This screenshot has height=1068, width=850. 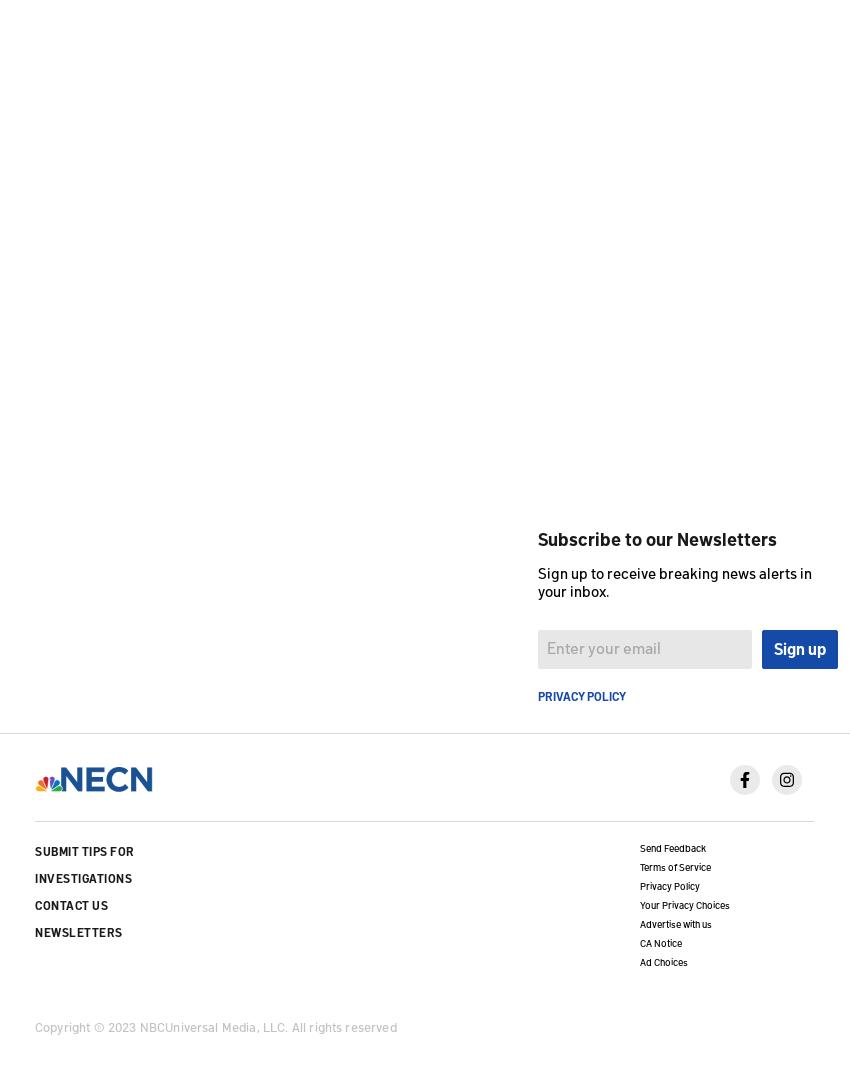 I want to click on 'Your Privacy Choices', so click(x=682, y=903).